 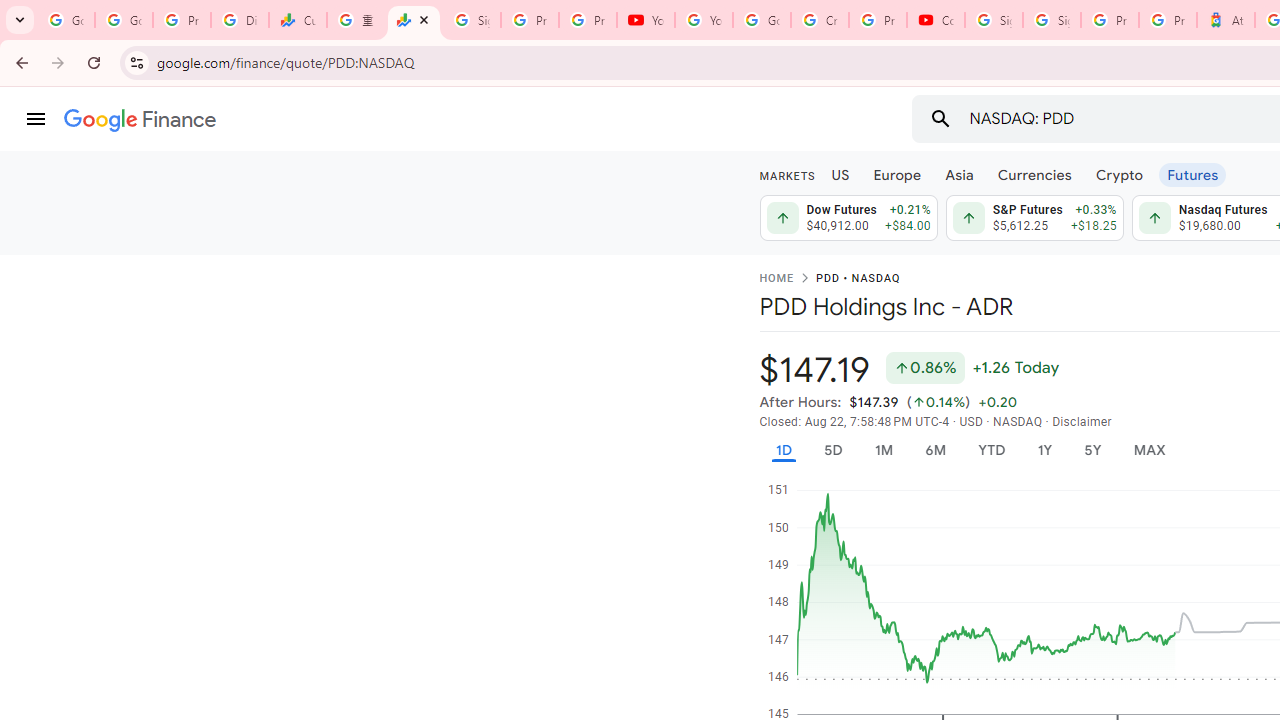 What do you see at coordinates (934, 450) in the screenshot?
I see `'6M'` at bounding box center [934, 450].